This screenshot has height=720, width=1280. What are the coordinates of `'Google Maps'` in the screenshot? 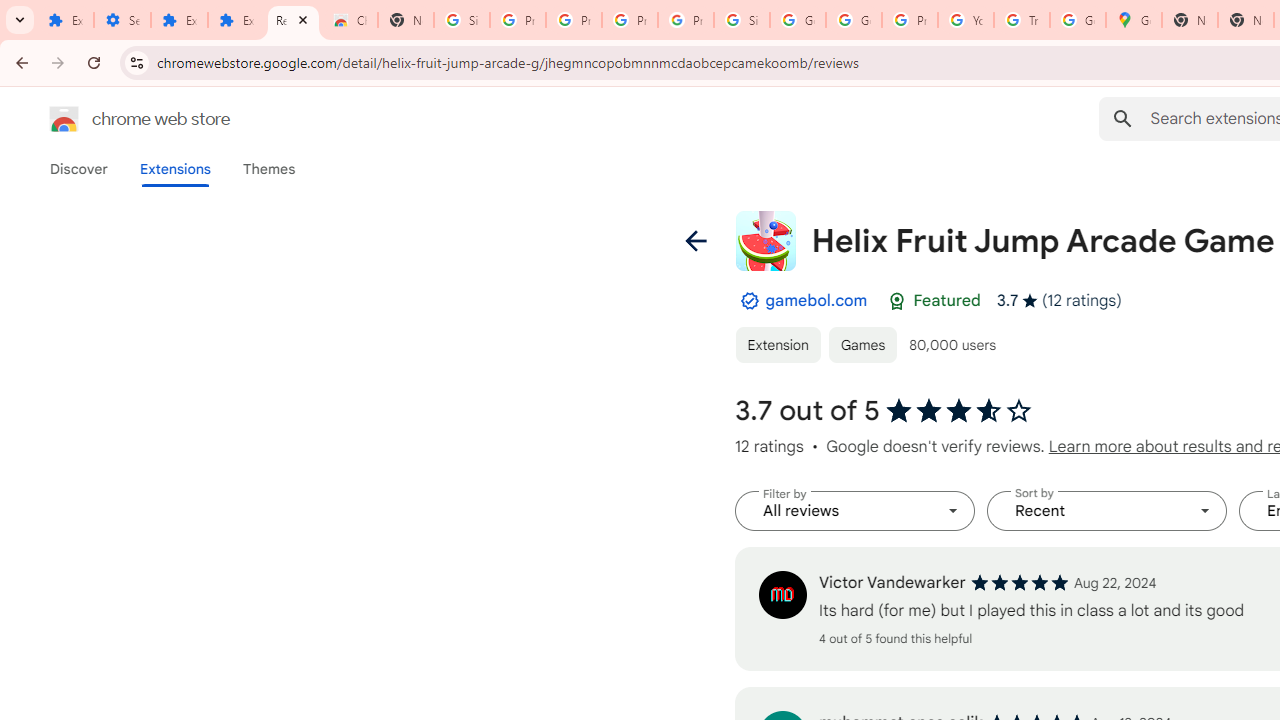 It's located at (1134, 20).